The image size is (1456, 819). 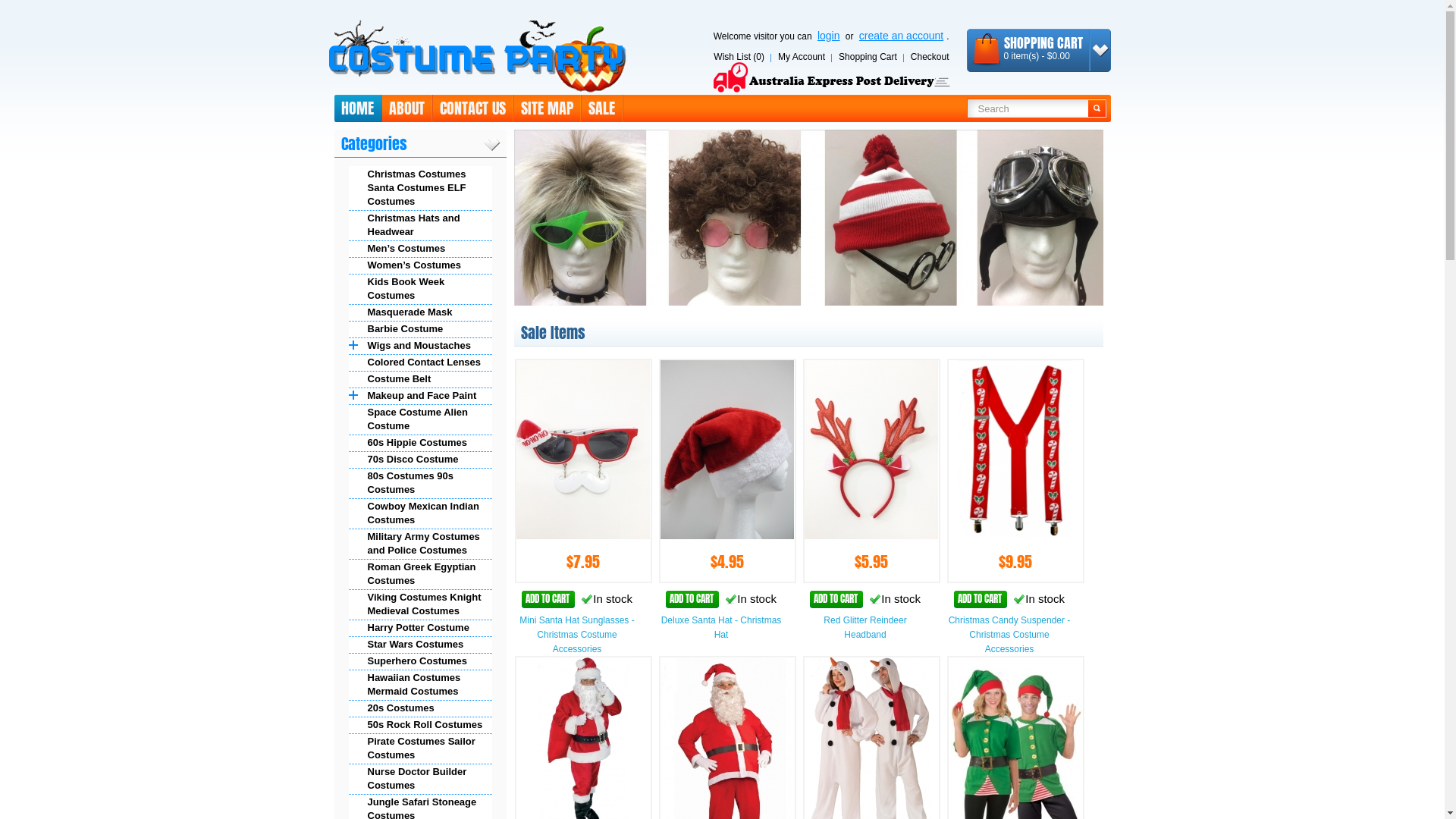 What do you see at coordinates (420, 312) in the screenshot?
I see `'Masquerade Mask'` at bounding box center [420, 312].